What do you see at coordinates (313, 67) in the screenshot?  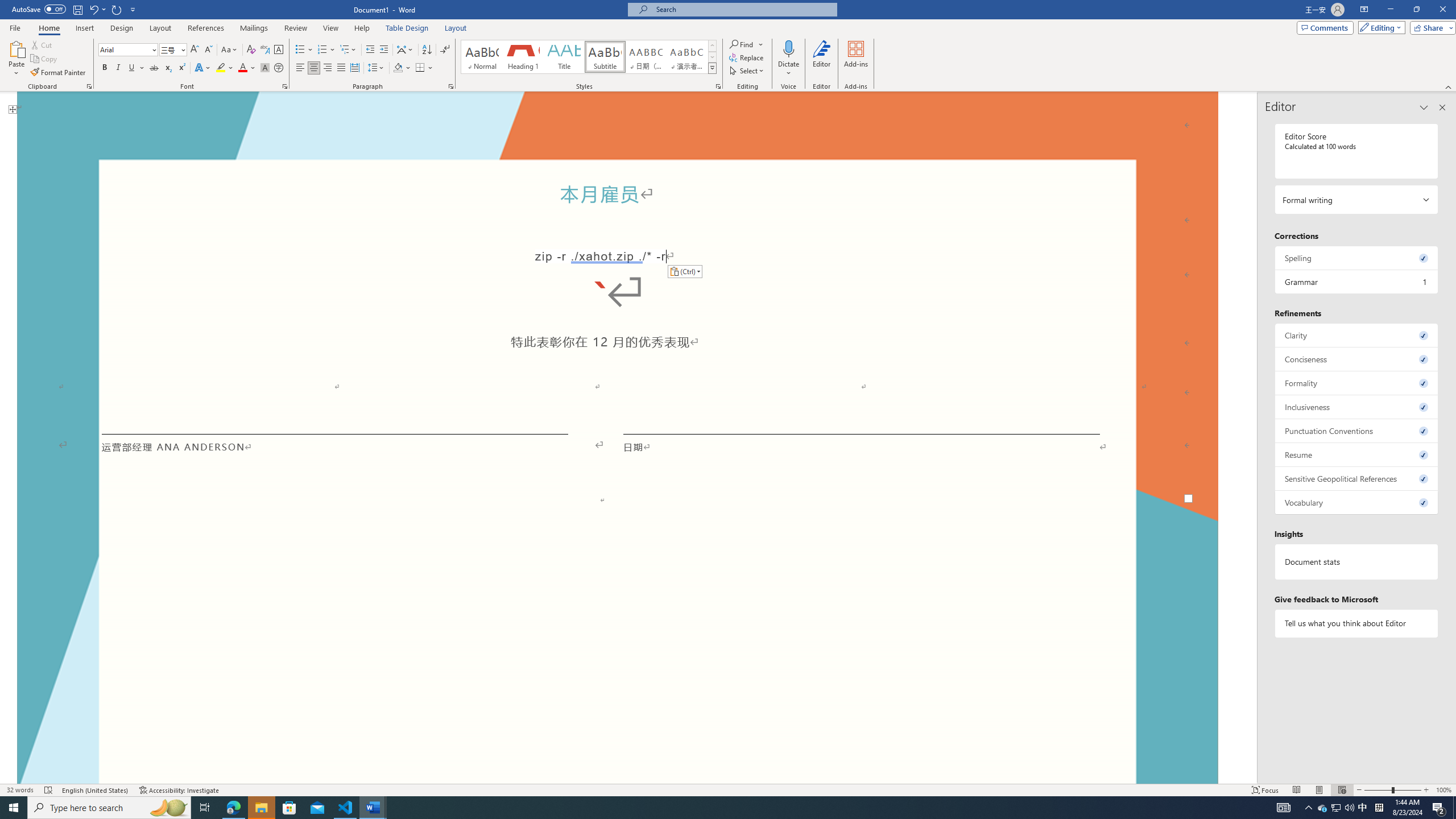 I see `'Center'` at bounding box center [313, 67].